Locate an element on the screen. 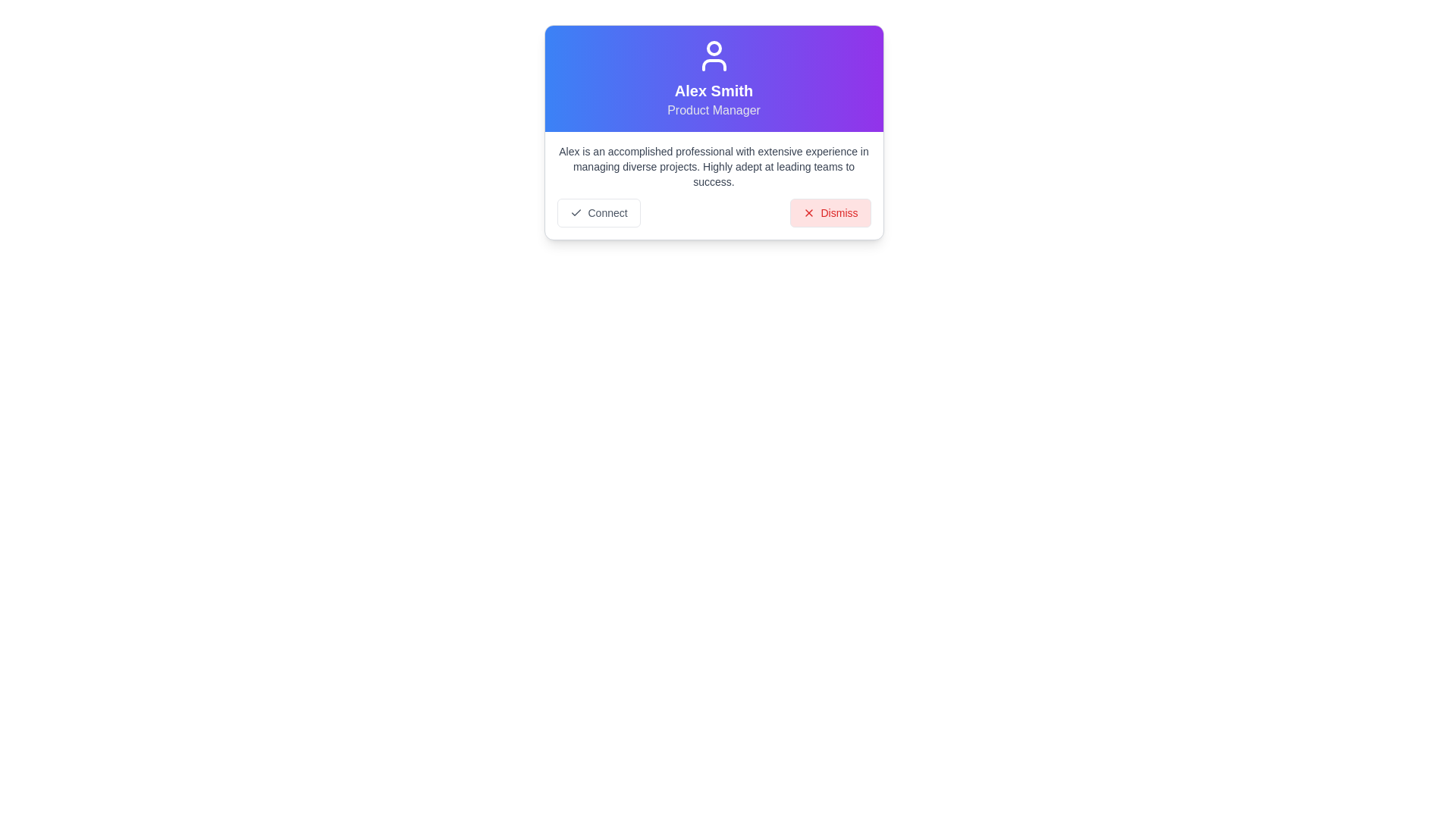  the user profile icon representing 'Alex Smith' located at the top of the card is located at coordinates (713, 55).